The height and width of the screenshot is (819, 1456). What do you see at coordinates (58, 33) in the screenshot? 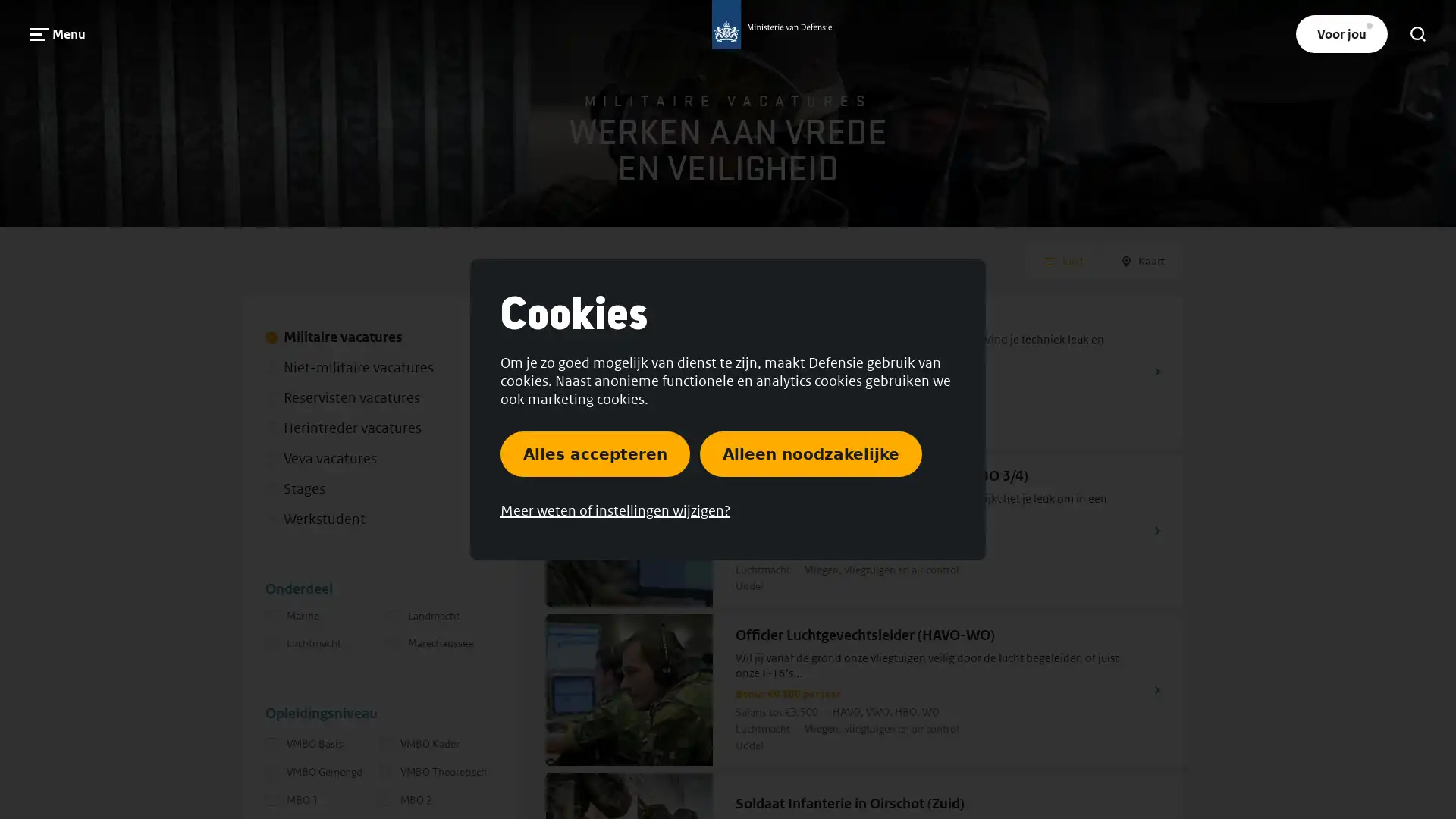
I see `Menu openen` at bounding box center [58, 33].